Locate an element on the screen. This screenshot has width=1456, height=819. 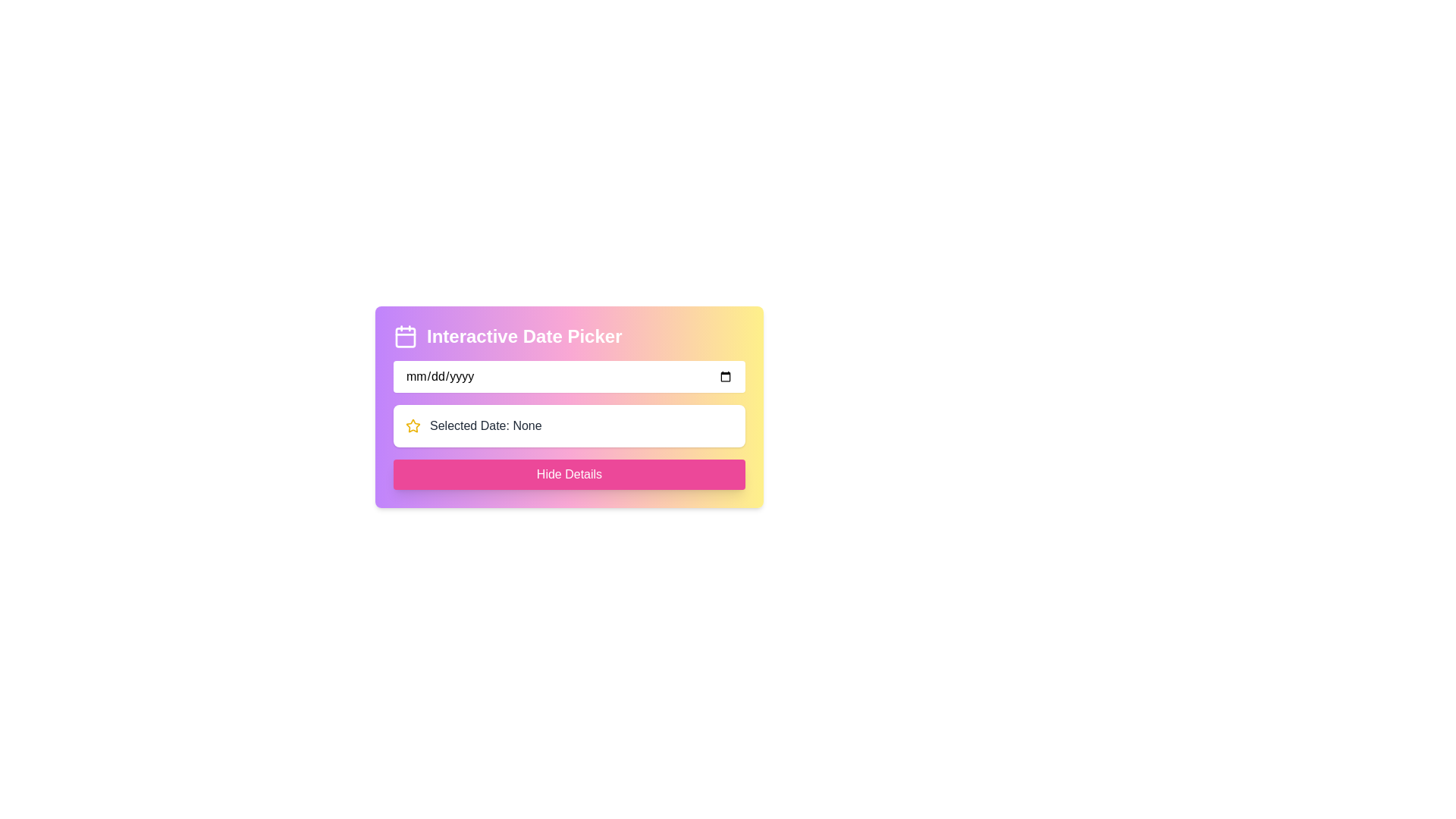
the calendar icon located at the far left of the header section of the 'Interactive Date Picker' interface for information is located at coordinates (405, 335).